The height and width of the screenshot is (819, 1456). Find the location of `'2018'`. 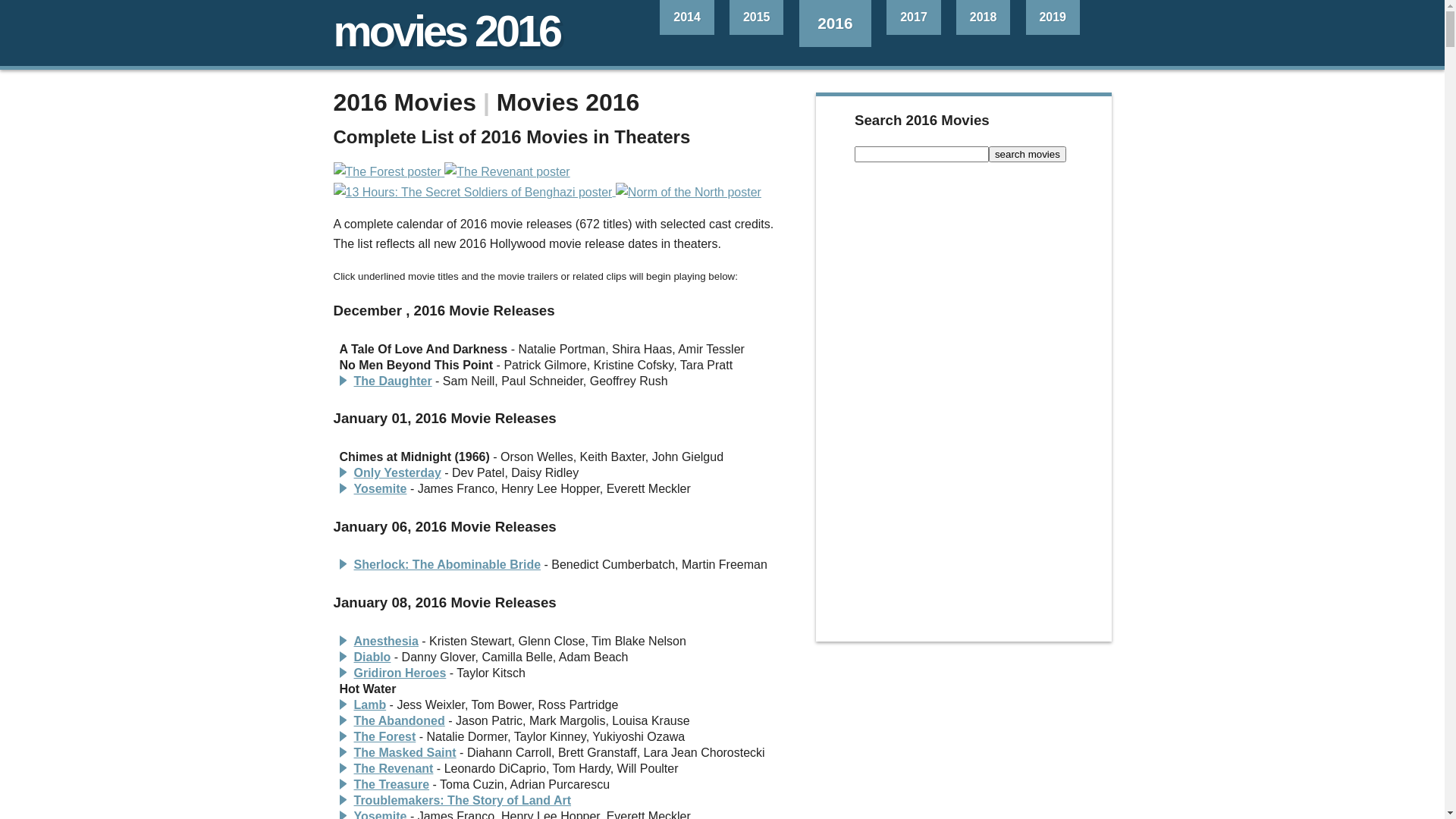

'2018' is located at coordinates (983, 17).